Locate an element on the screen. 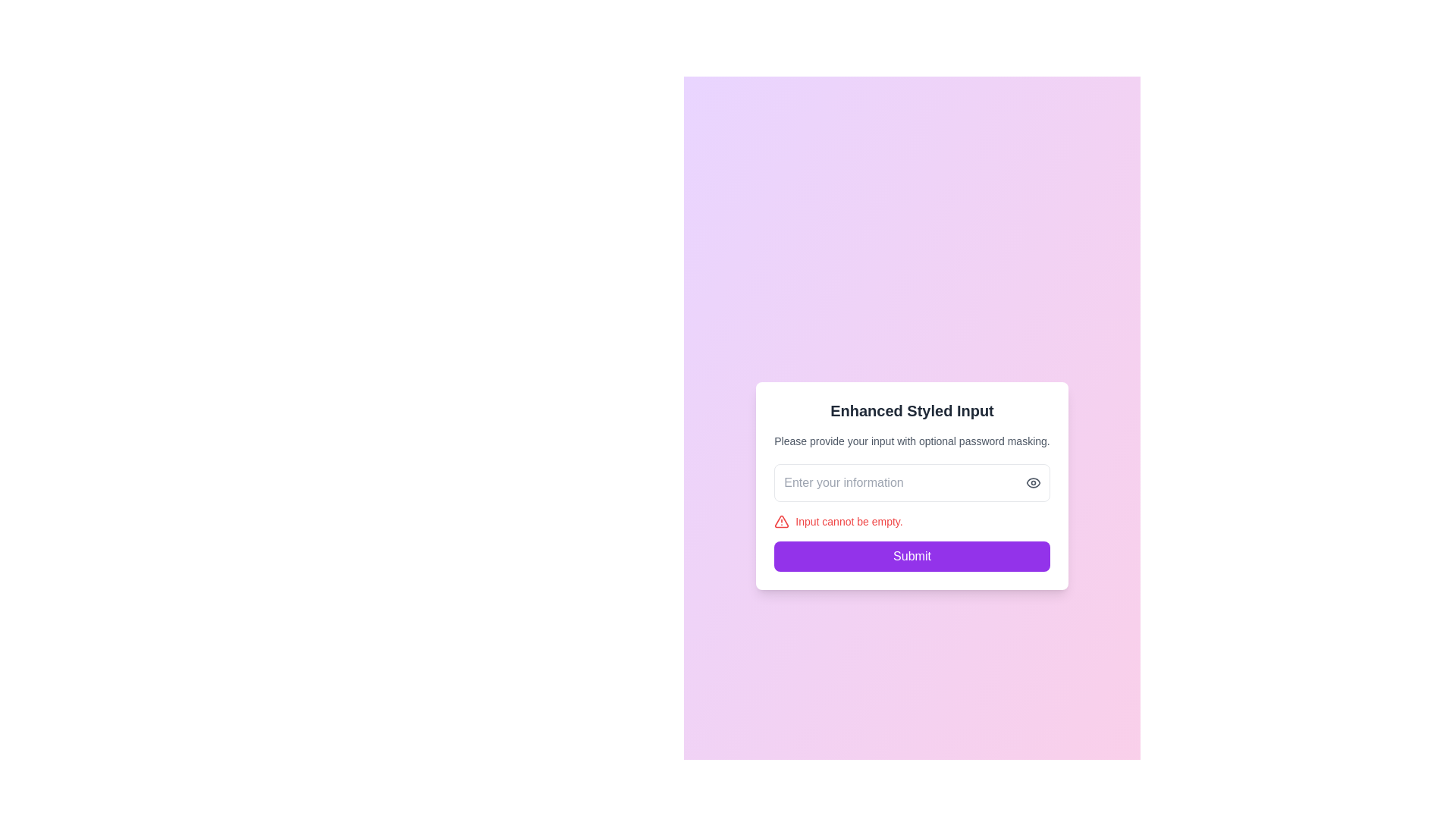 The width and height of the screenshot is (1456, 819). the informational text that reads 'Please provide your input with optional password masking.' which is styled in small gray font and located below the heading 'Enhanced Styled Input.' is located at coordinates (912, 441).